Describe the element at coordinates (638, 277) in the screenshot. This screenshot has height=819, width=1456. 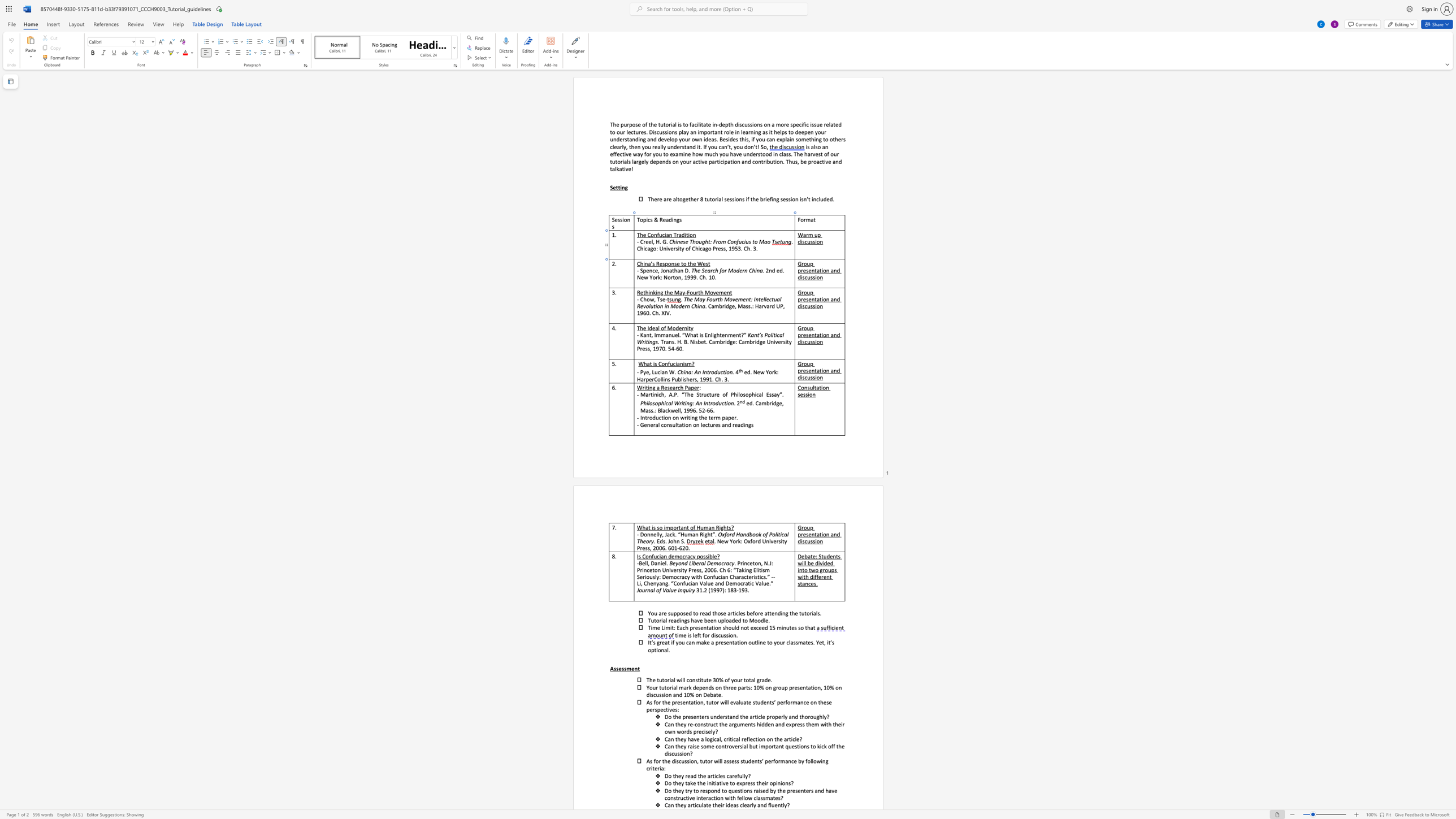
I see `the 1th character "N" in the text` at that location.